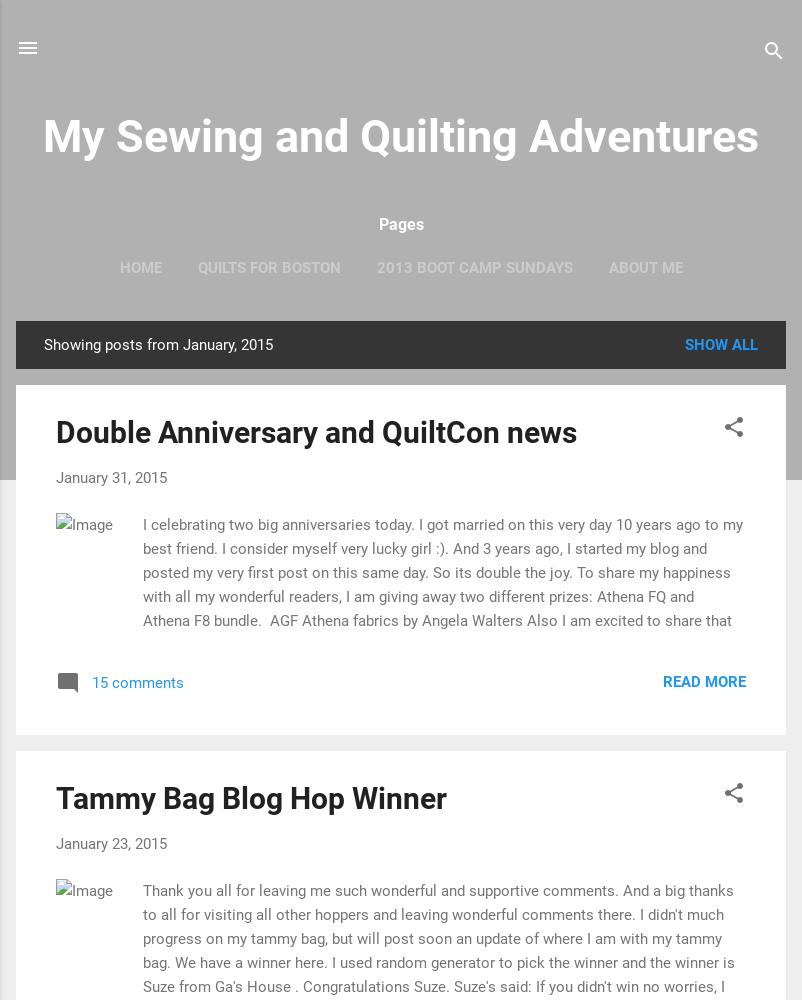 This screenshot has width=802, height=1000. Describe the element at coordinates (399, 223) in the screenshot. I see `'Pages'` at that location.